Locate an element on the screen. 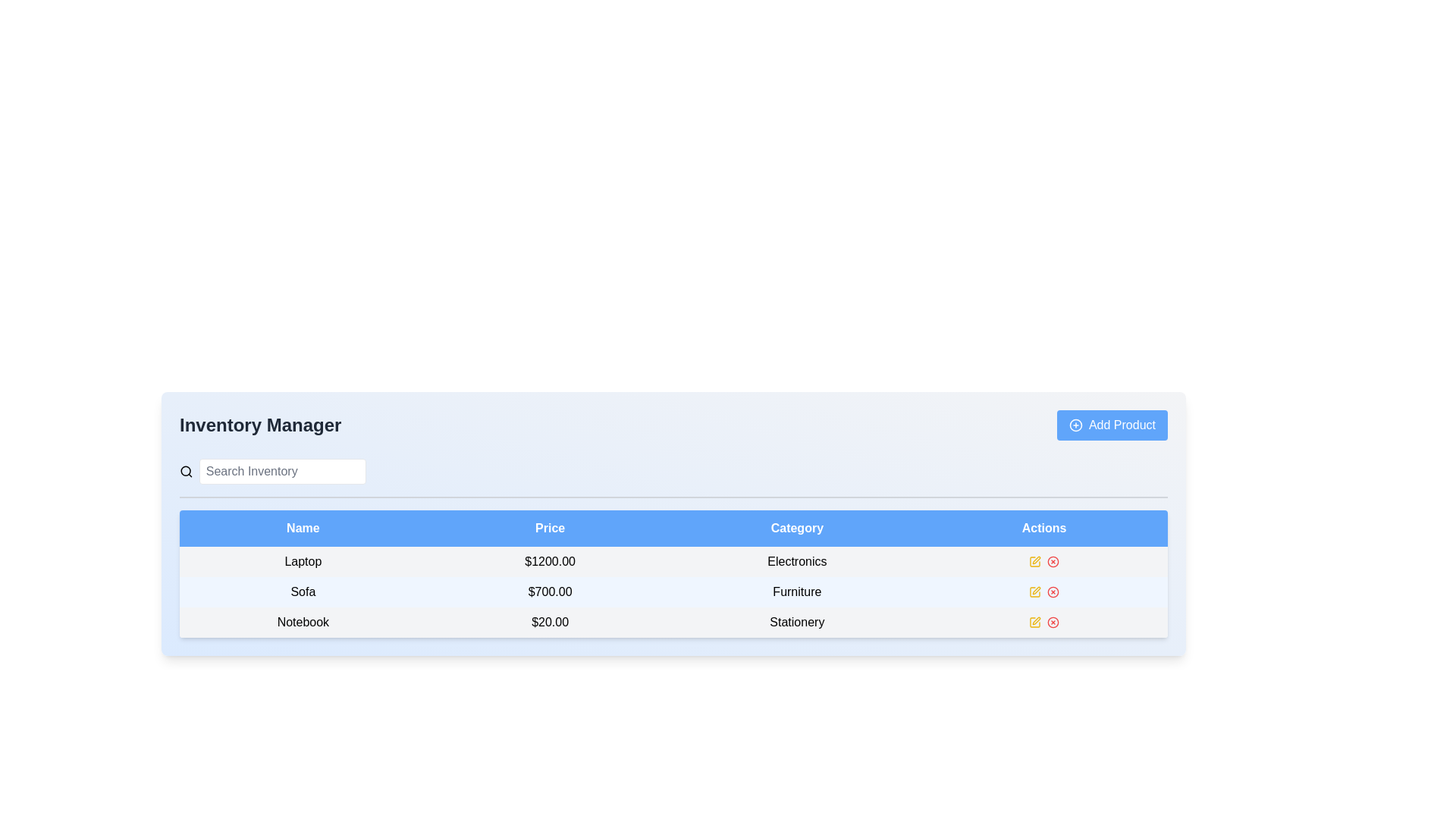 This screenshot has height=819, width=1456. the delete icon in the Actions column of the first row for the Electronics category is located at coordinates (1053, 561).